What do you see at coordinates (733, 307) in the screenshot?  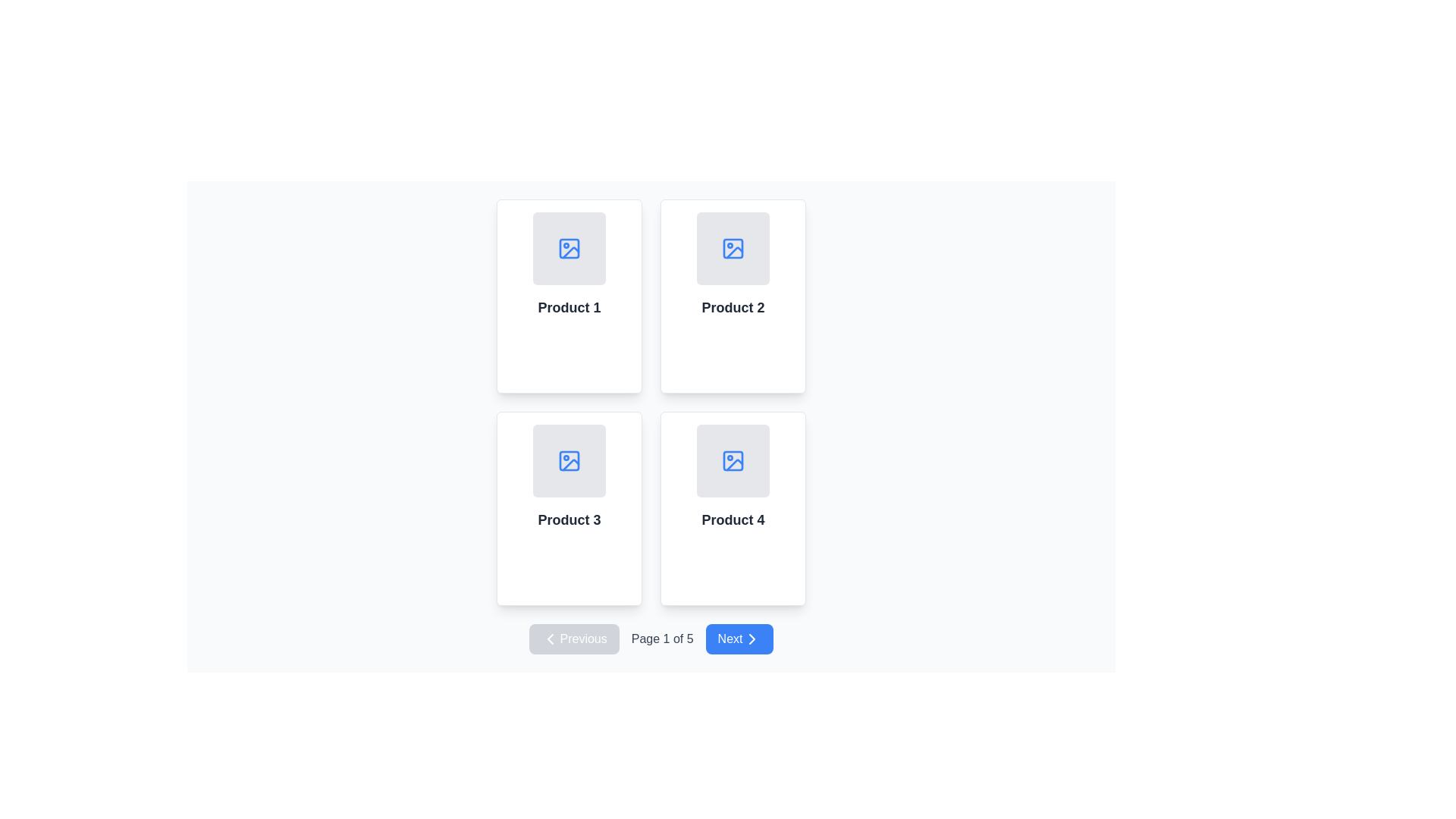 I see `the text label displaying 'Product 2' in bold font, located within the second product card in the top row of a grid layout` at bounding box center [733, 307].